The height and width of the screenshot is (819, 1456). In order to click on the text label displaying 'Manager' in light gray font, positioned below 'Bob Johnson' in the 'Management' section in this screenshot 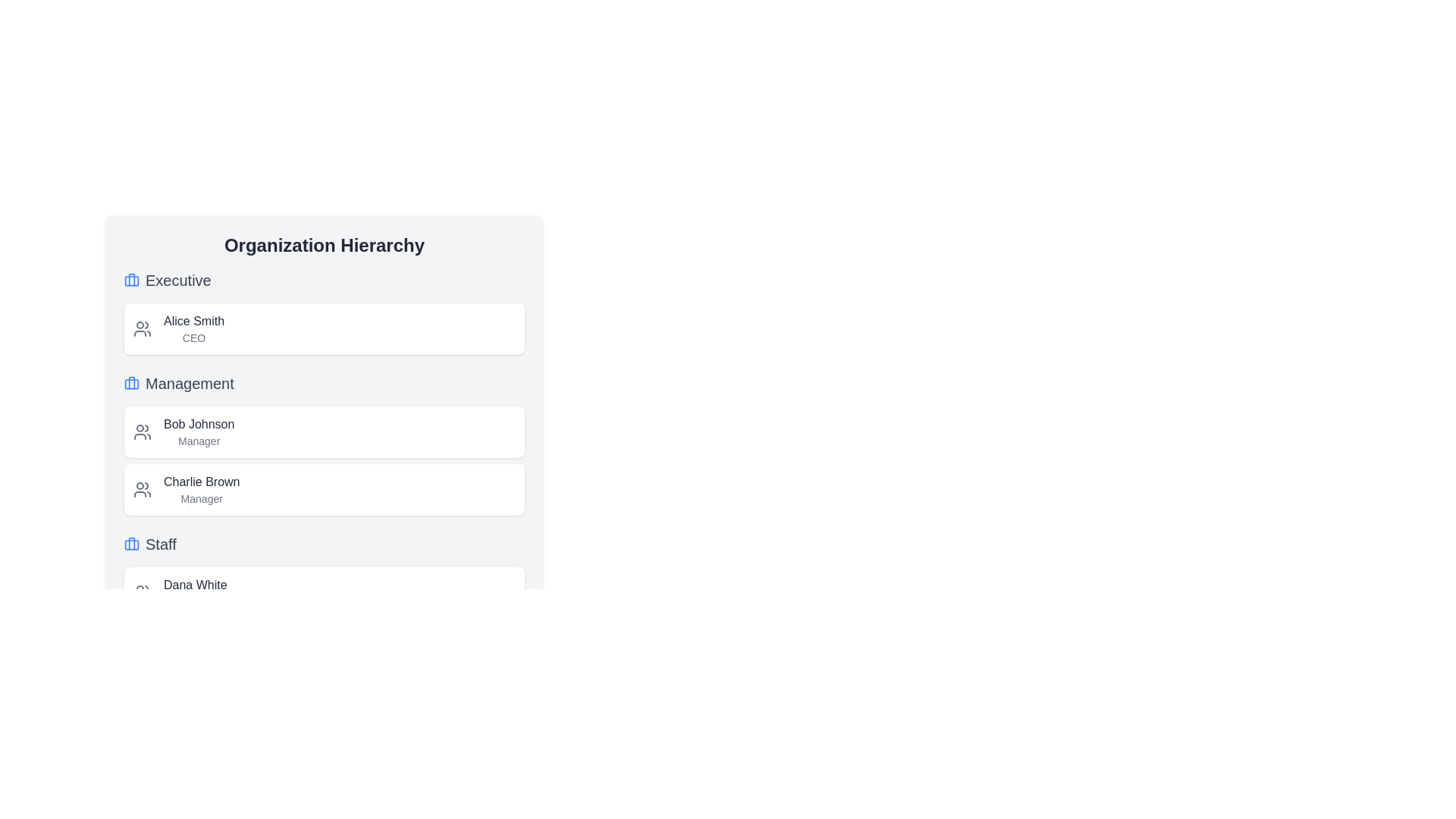, I will do `click(198, 441)`.